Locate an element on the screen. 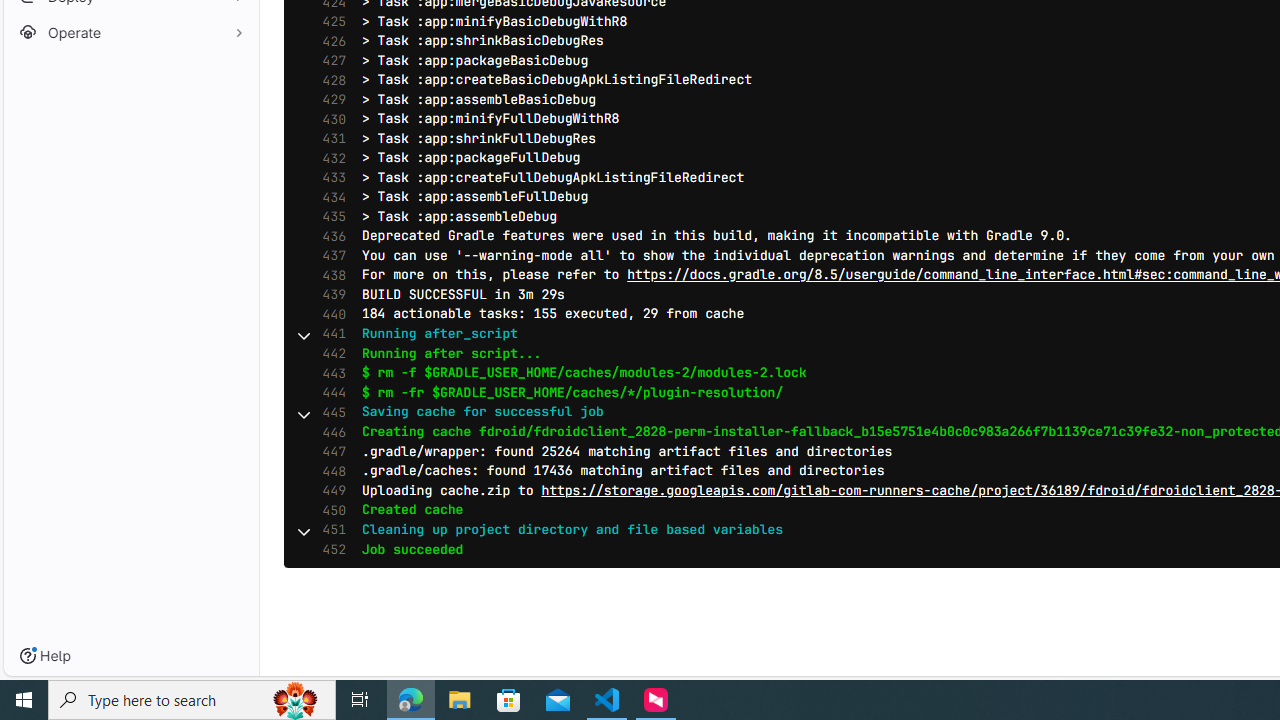  '447' is located at coordinates (329, 452).